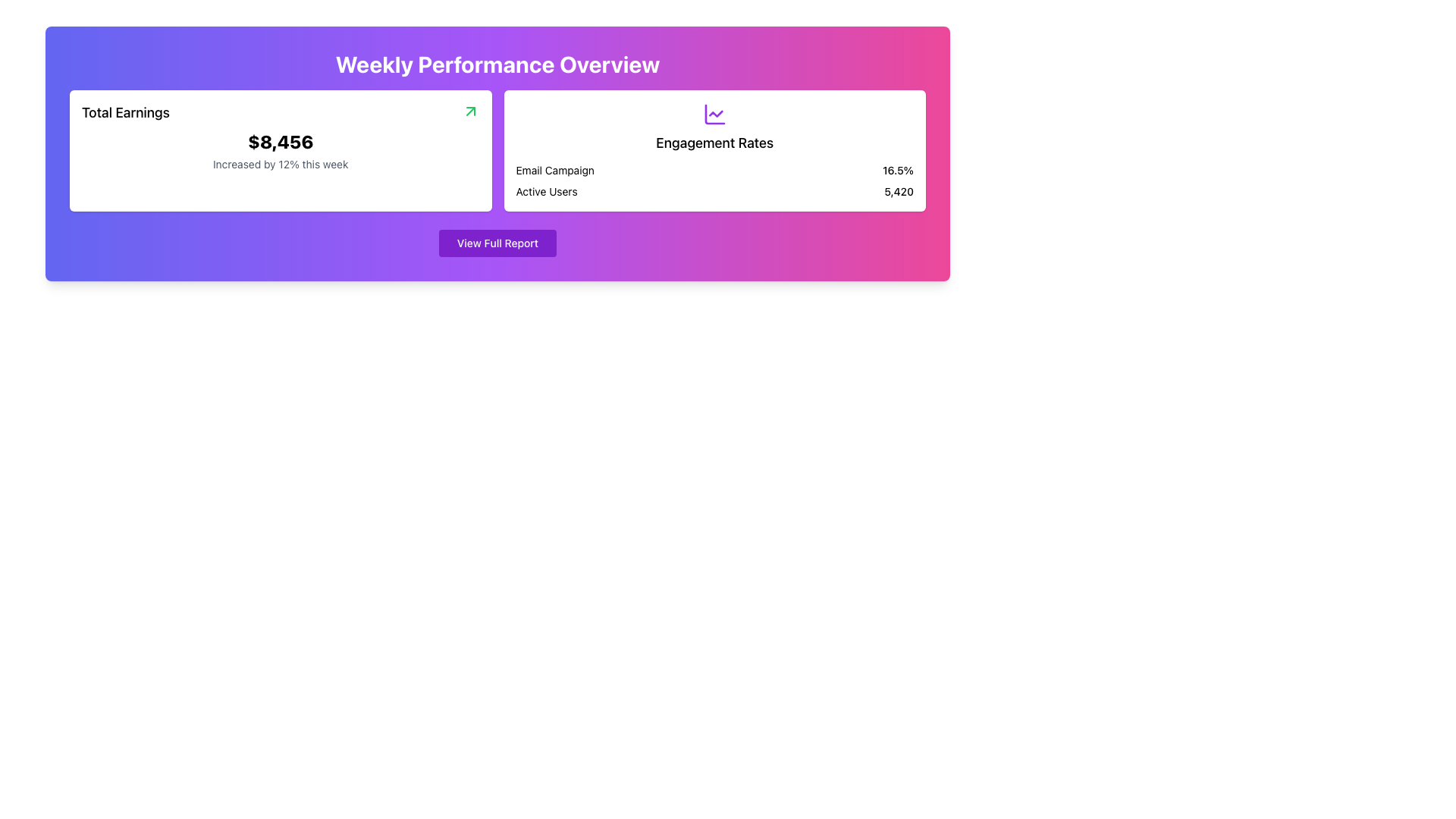  Describe the element at coordinates (899, 191) in the screenshot. I see `the static text label displaying the number '5,420' located in the lower-right corner of the engagement rates card, positioned closely to 'Active Users'` at that location.